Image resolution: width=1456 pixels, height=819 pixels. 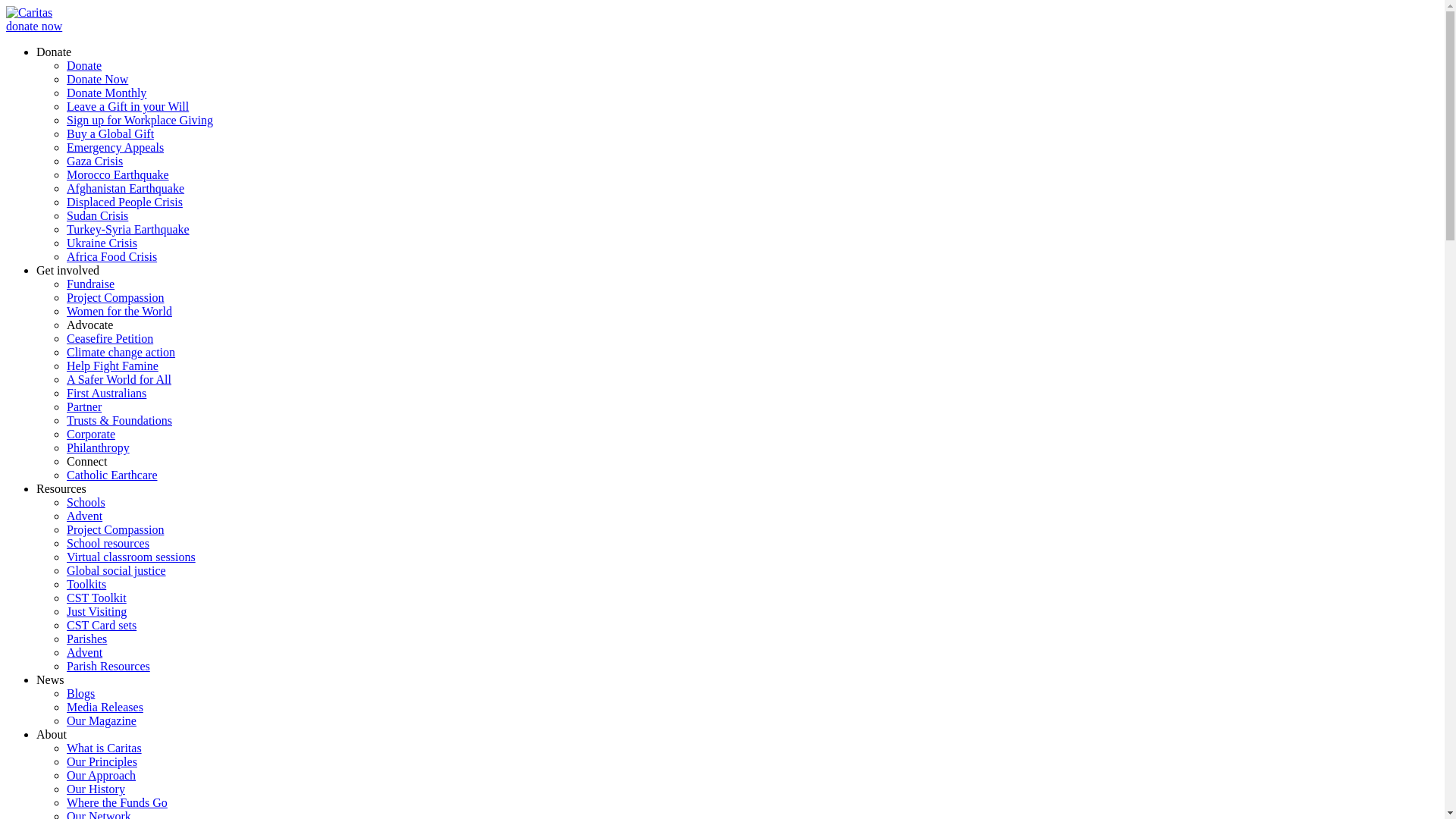 I want to click on 'CST Toolkit', so click(x=96, y=597).